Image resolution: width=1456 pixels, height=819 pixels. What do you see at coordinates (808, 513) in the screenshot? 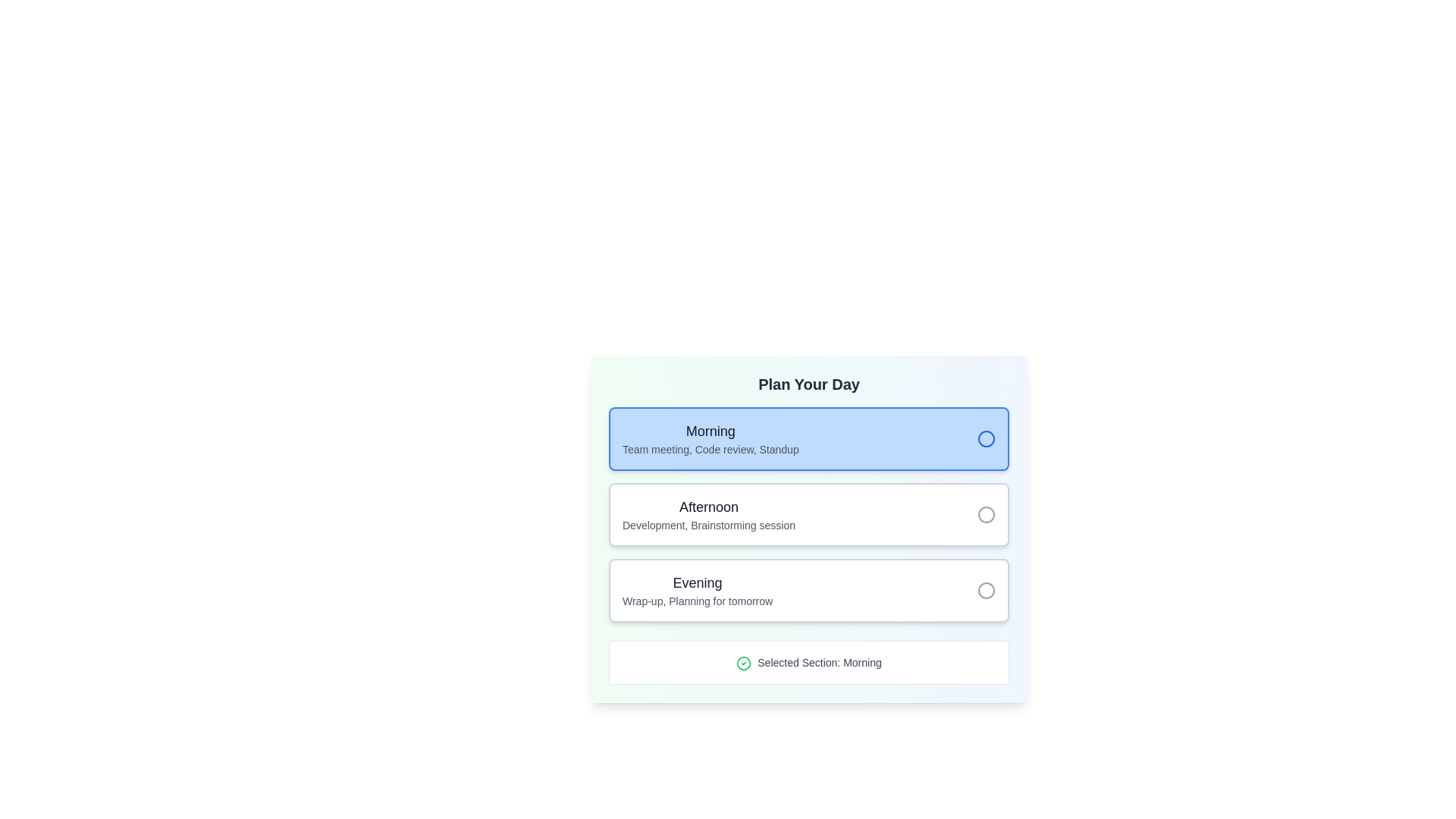
I see `the selectable list item titled 'Afternoon' with the subheading 'Development, Brainstorming session'` at bounding box center [808, 513].